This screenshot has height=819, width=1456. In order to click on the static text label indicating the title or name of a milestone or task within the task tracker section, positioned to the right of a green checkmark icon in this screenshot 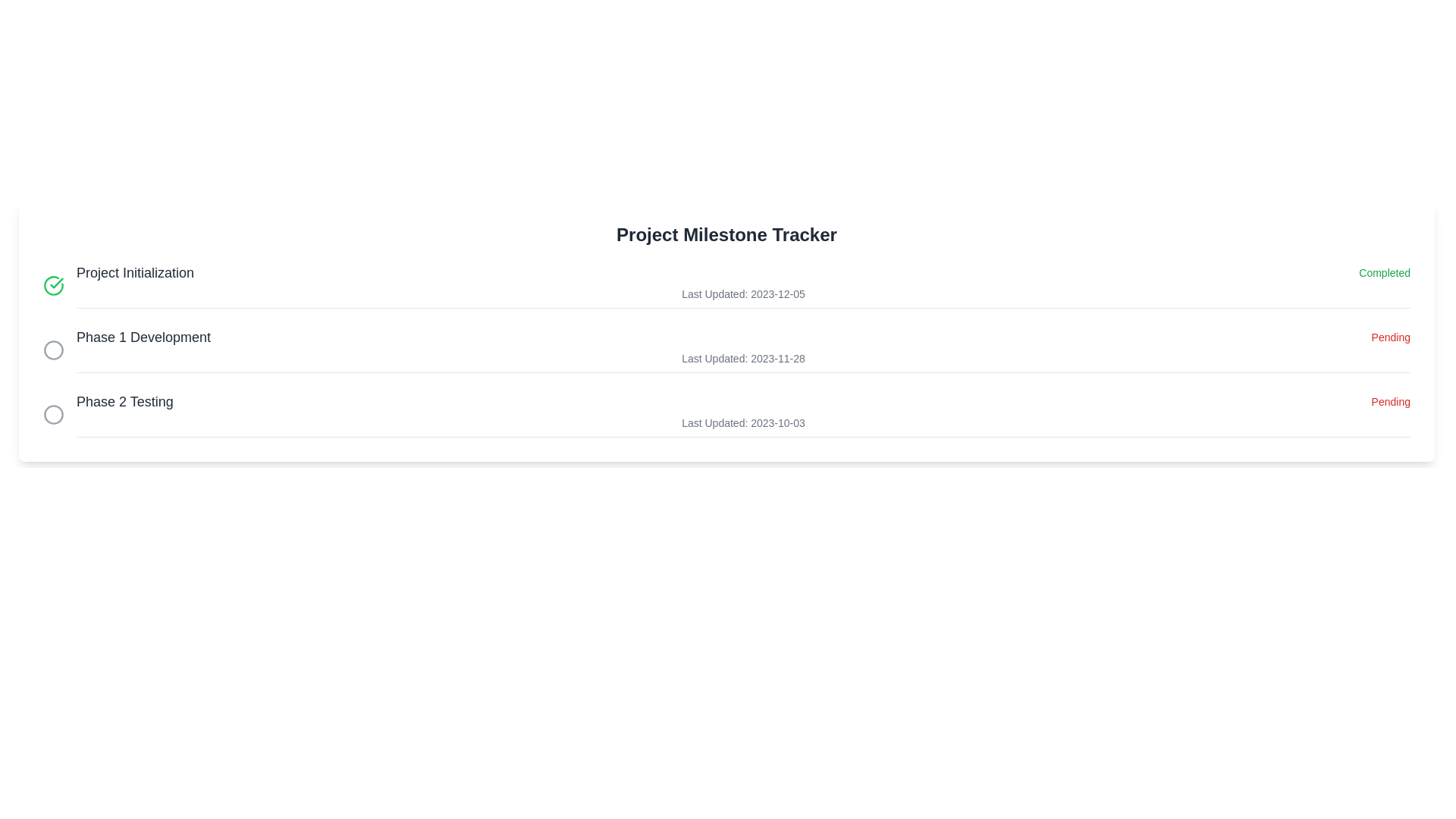, I will do `click(135, 271)`.